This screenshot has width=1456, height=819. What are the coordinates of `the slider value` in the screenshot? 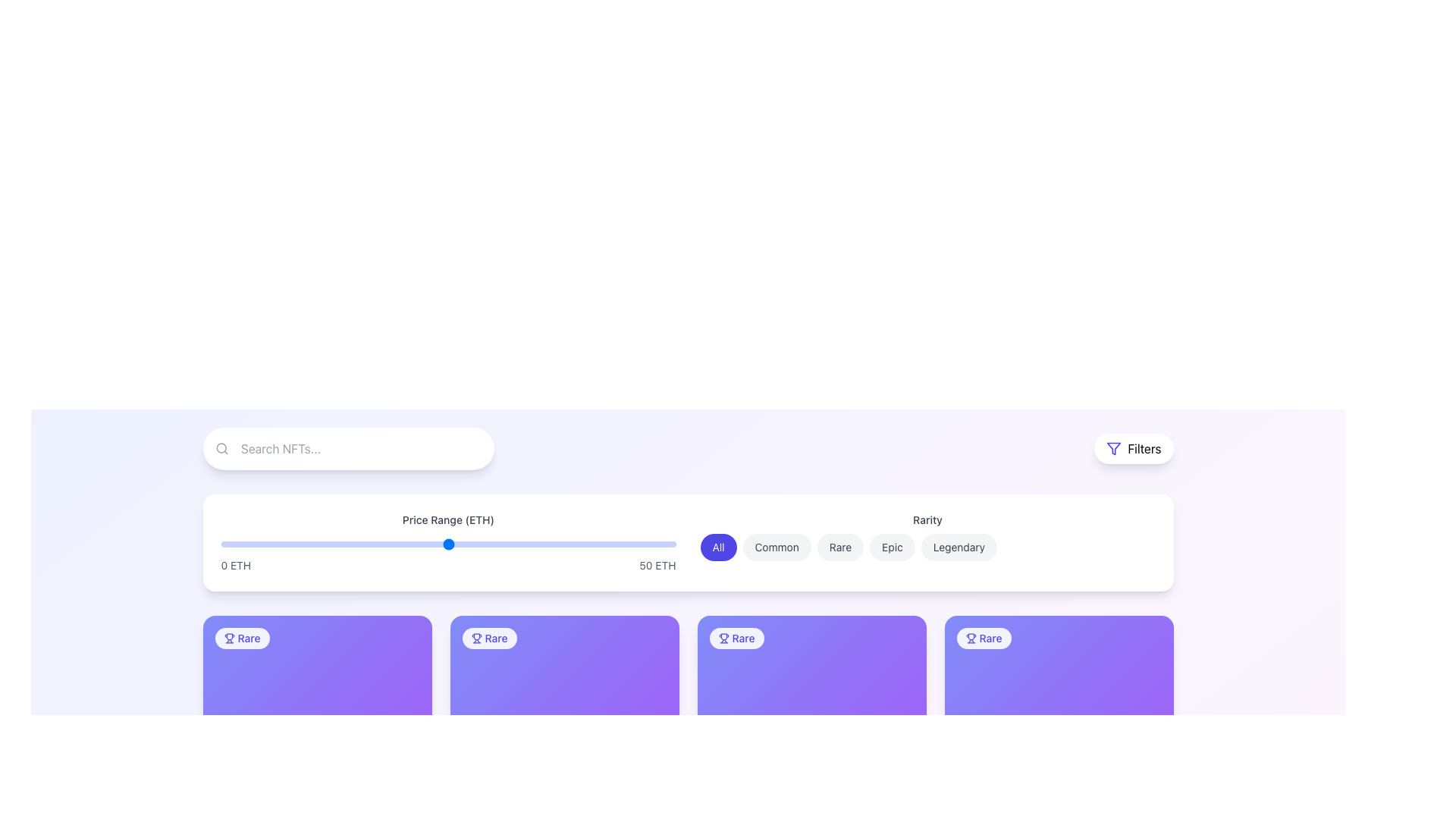 It's located at (303, 543).